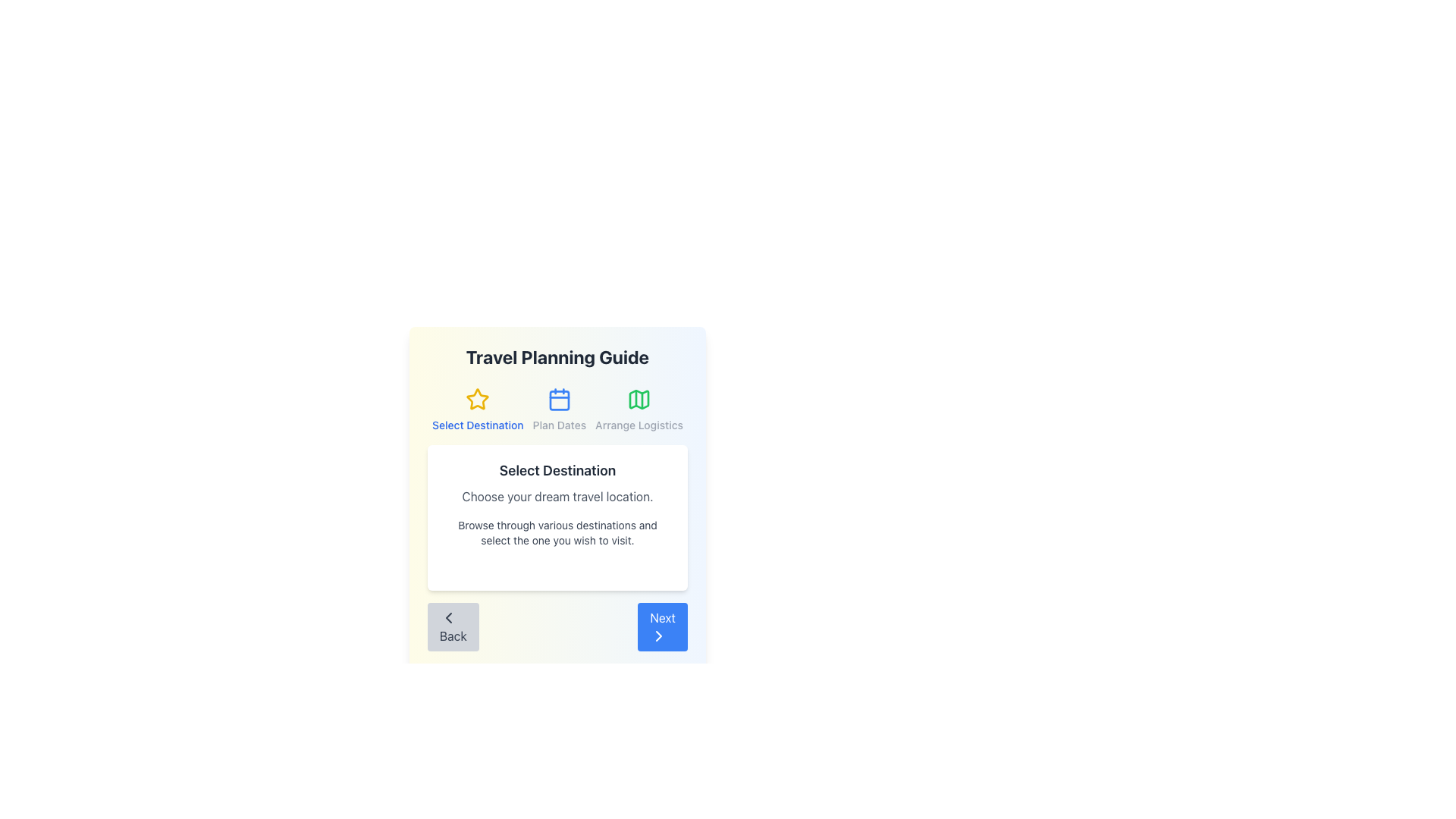 Image resolution: width=1456 pixels, height=819 pixels. What do you see at coordinates (558, 400) in the screenshot?
I see `the Decorative SVG element that is part of the calendar icon, located centrally in the top section of the interface between the star icon and the map icon` at bounding box center [558, 400].